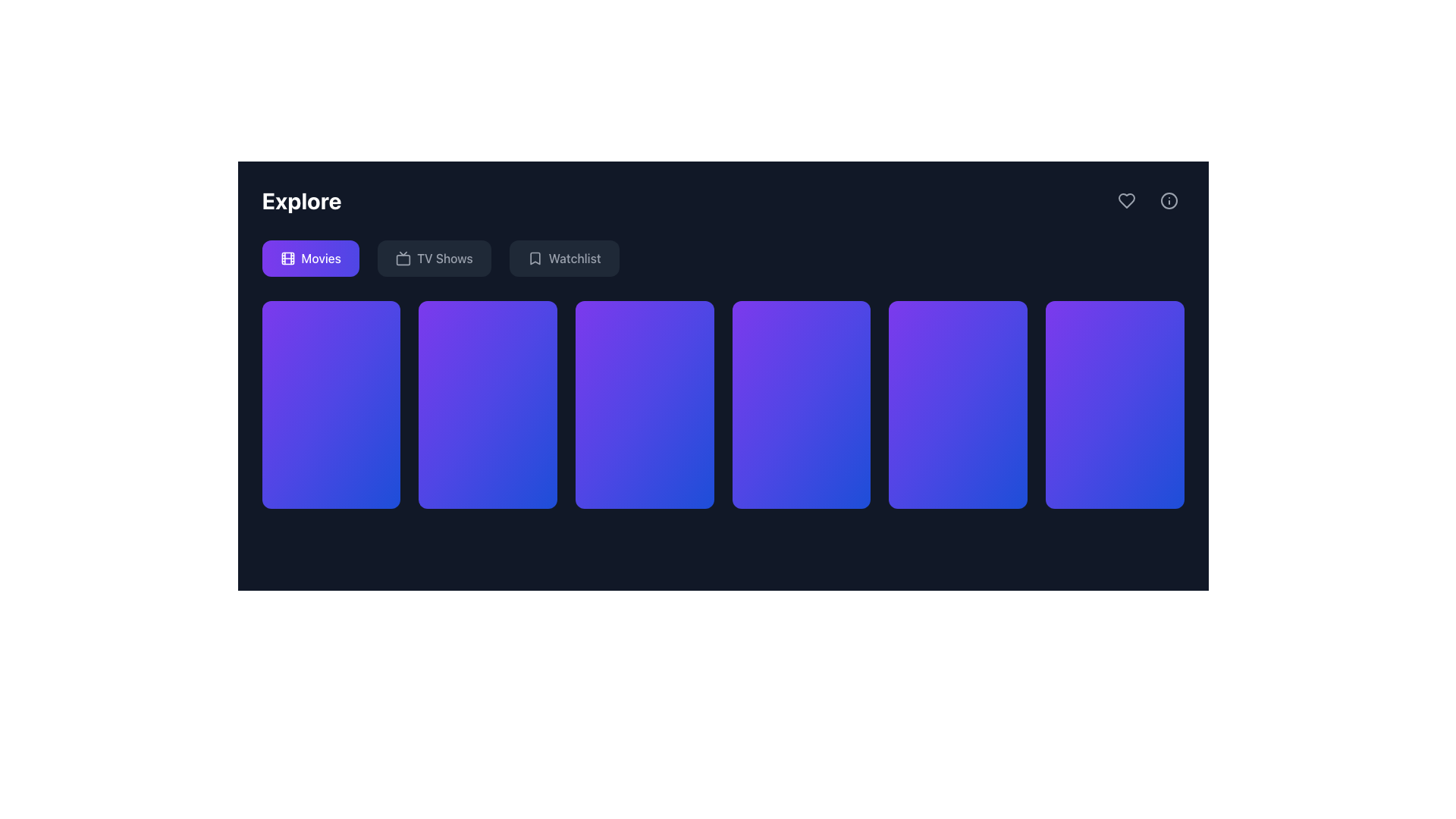 The image size is (1456, 819). What do you see at coordinates (1126, 200) in the screenshot?
I see `the heart icon button located at the top-right corner of the interface` at bounding box center [1126, 200].